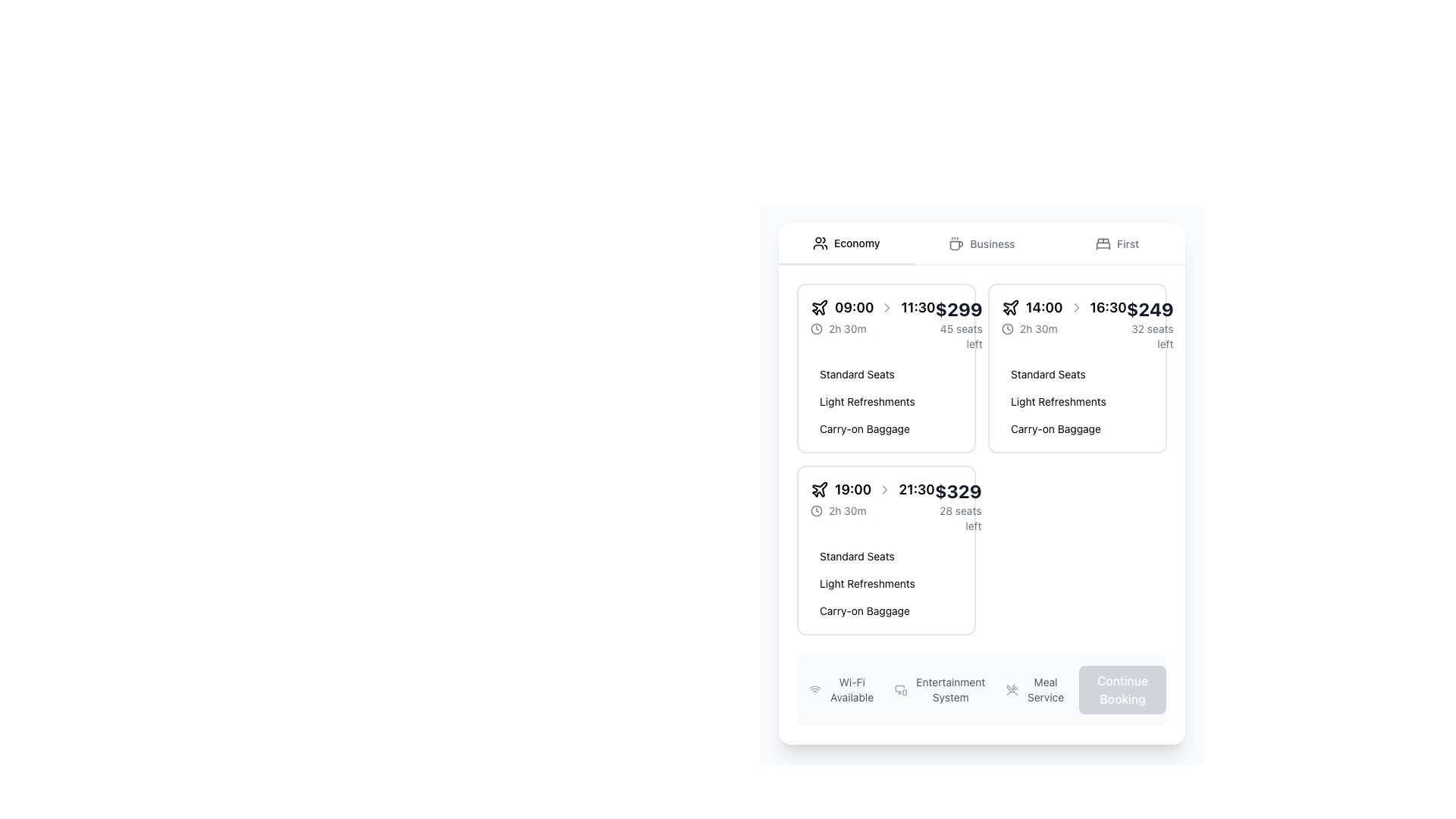 This screenshot has width=1456, height=819. What do you see at coordinates (957, 491) in the screenshot?
I see `bold text displaying the price '$329' located at the top-right corner of the flight details card, which is styled in dark color against a light gray background` at bounding box center [957, 491].